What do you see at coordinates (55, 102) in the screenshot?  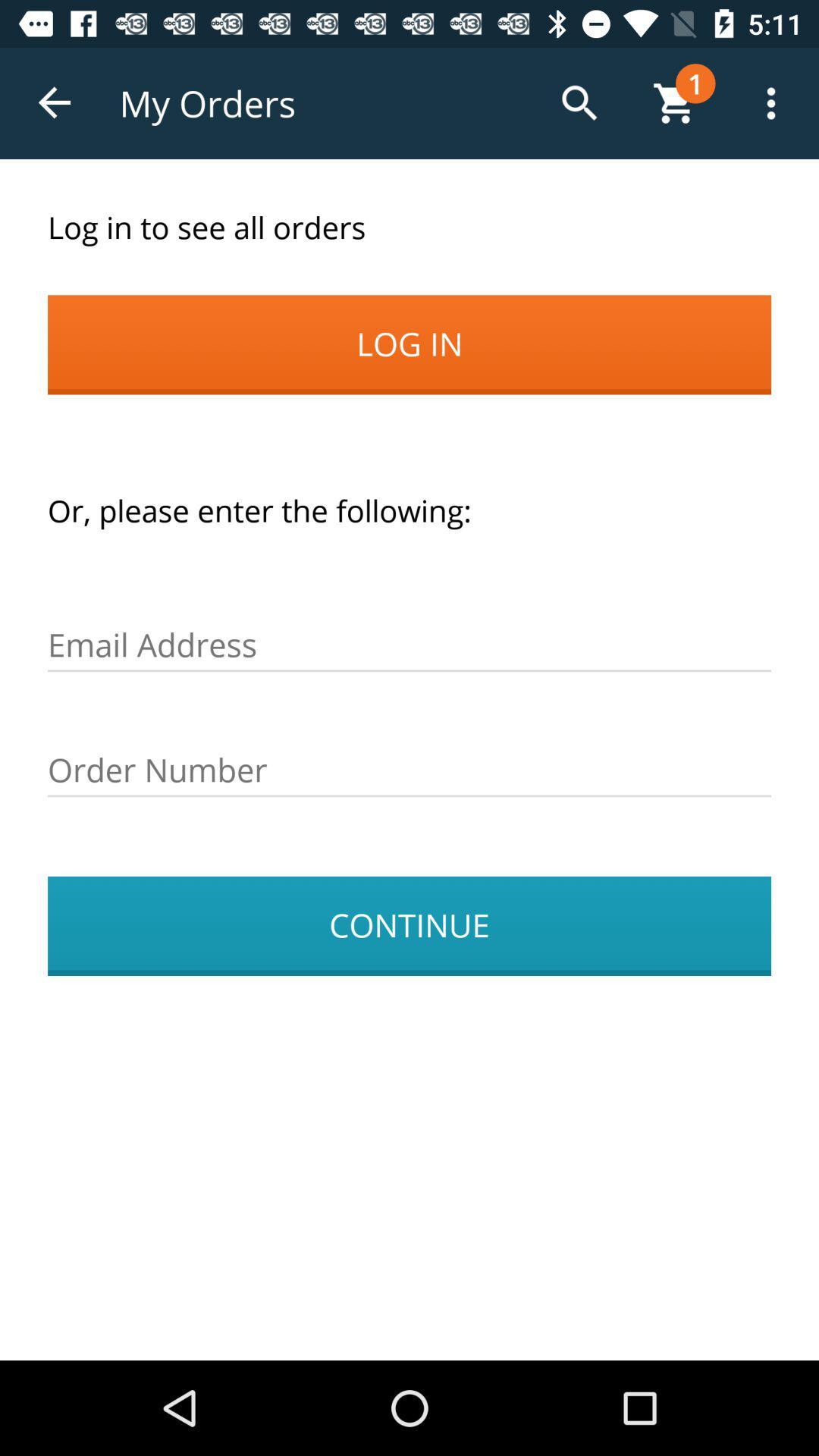 I see `app next to the my orders app` at bounding box center [55, 102].